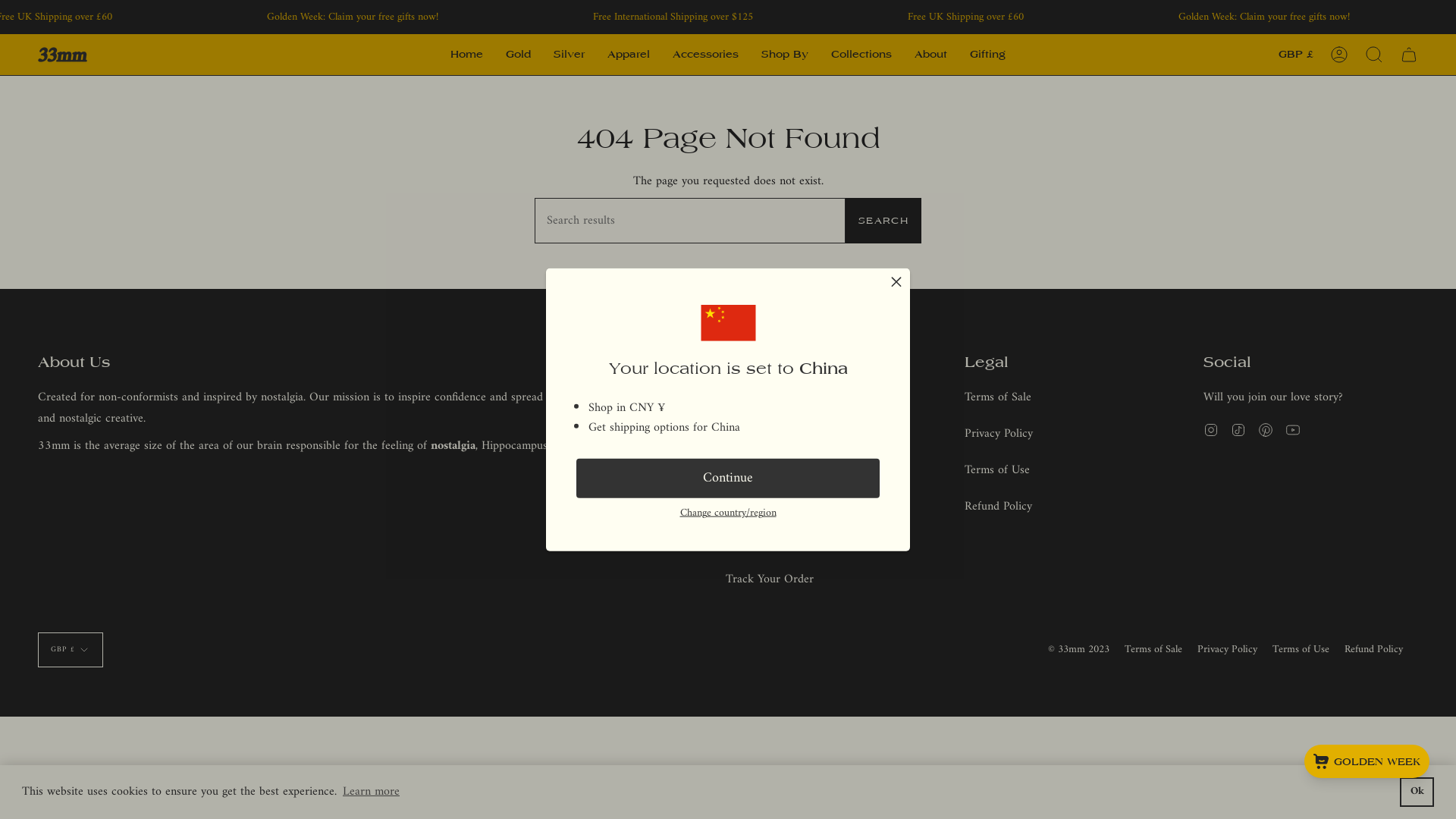  Describe the element at coordinates (773, 433) in the screenshot. I see `'Shipping & Returns'` at that location.